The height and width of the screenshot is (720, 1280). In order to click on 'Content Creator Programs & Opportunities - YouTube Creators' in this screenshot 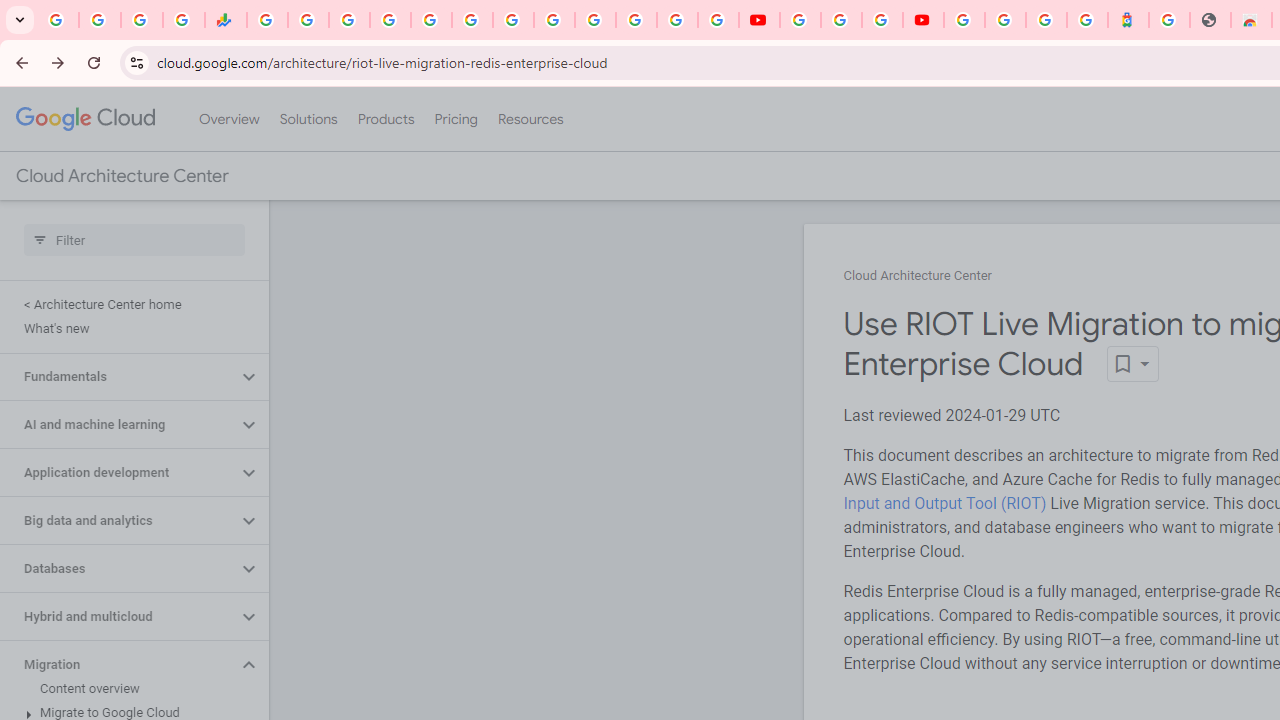, I will do `click(922, 20)`.